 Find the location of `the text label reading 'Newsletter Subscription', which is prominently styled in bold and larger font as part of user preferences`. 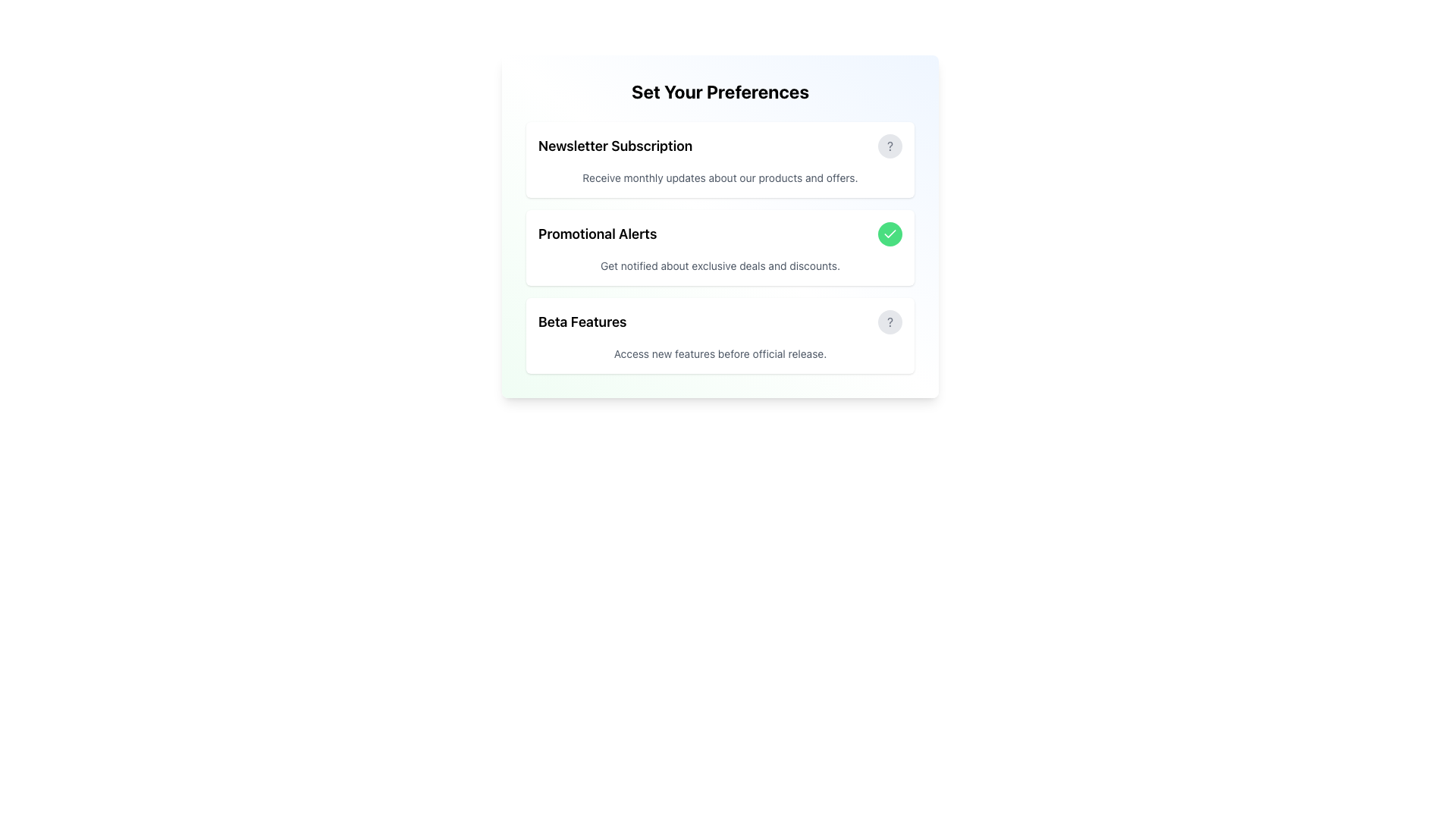

the text label reading 'Newsletter Subscription', which is prominently styled in bold and larger font as part of user preferences is located at coordinates (615, 146).